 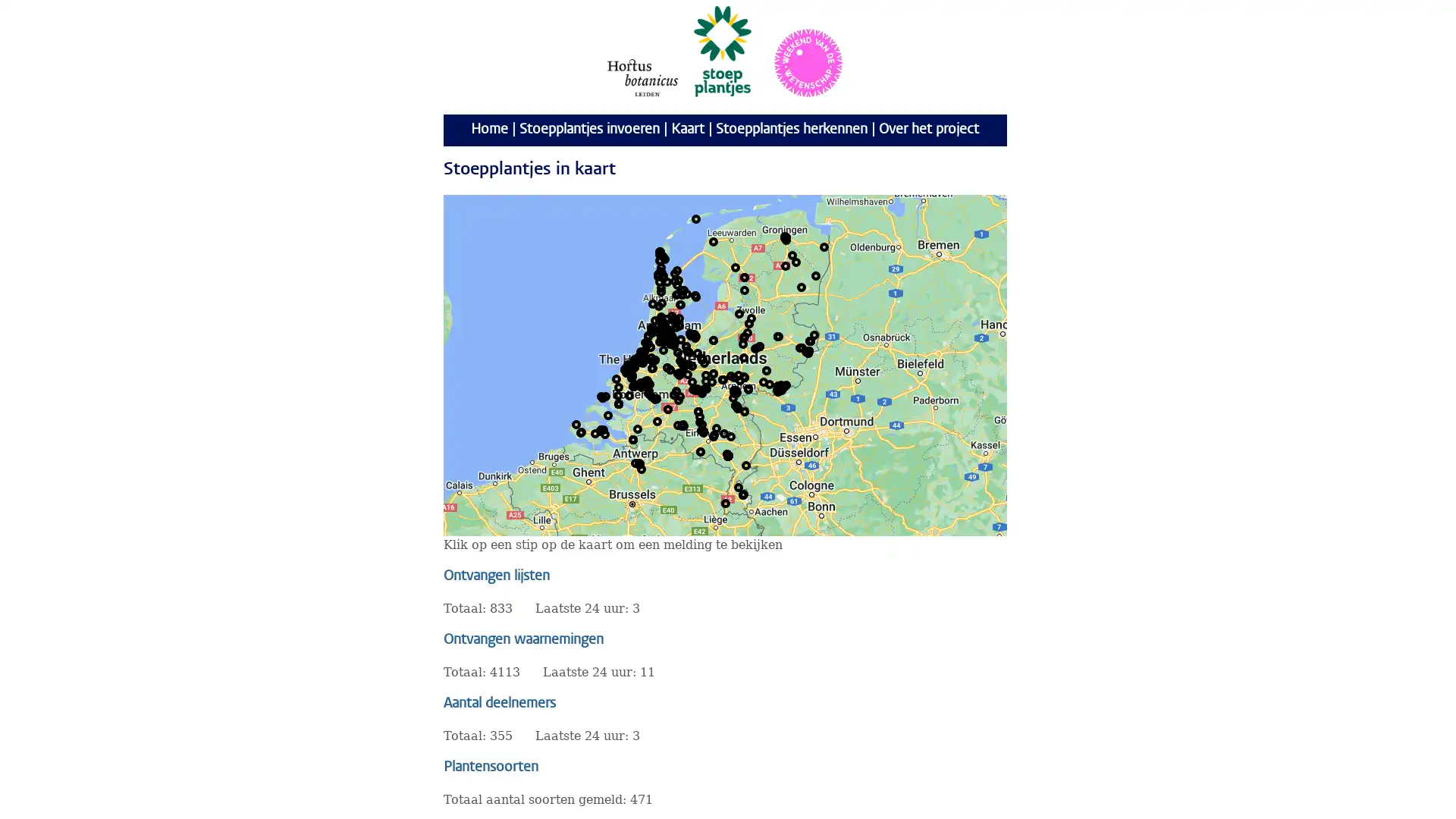 I want to click on Telling van op 07 juni 2022, so click(x=808, y=350).